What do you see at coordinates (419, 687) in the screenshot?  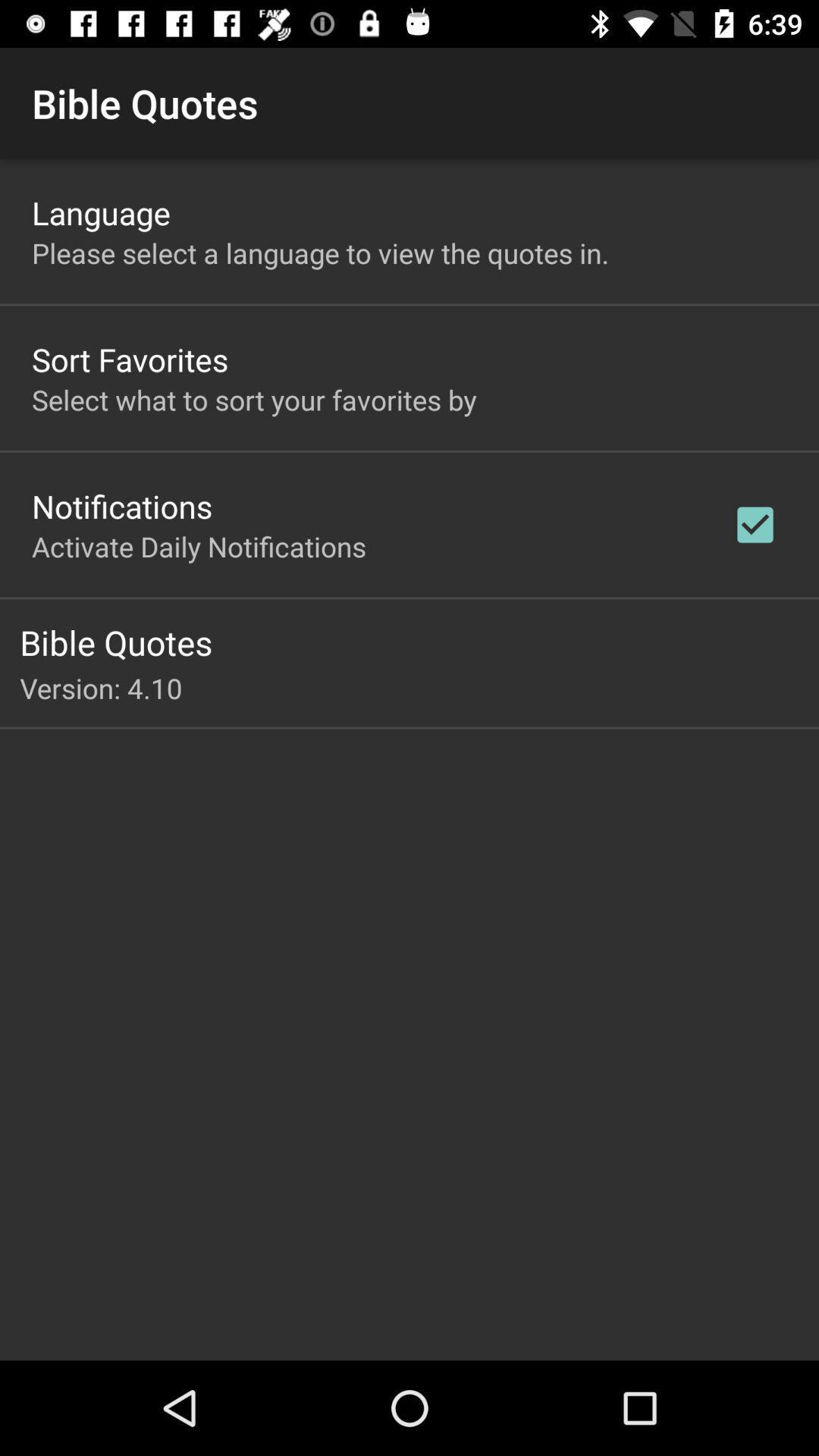 I see `version: 4.10 app` at bounding box center [419, 687].